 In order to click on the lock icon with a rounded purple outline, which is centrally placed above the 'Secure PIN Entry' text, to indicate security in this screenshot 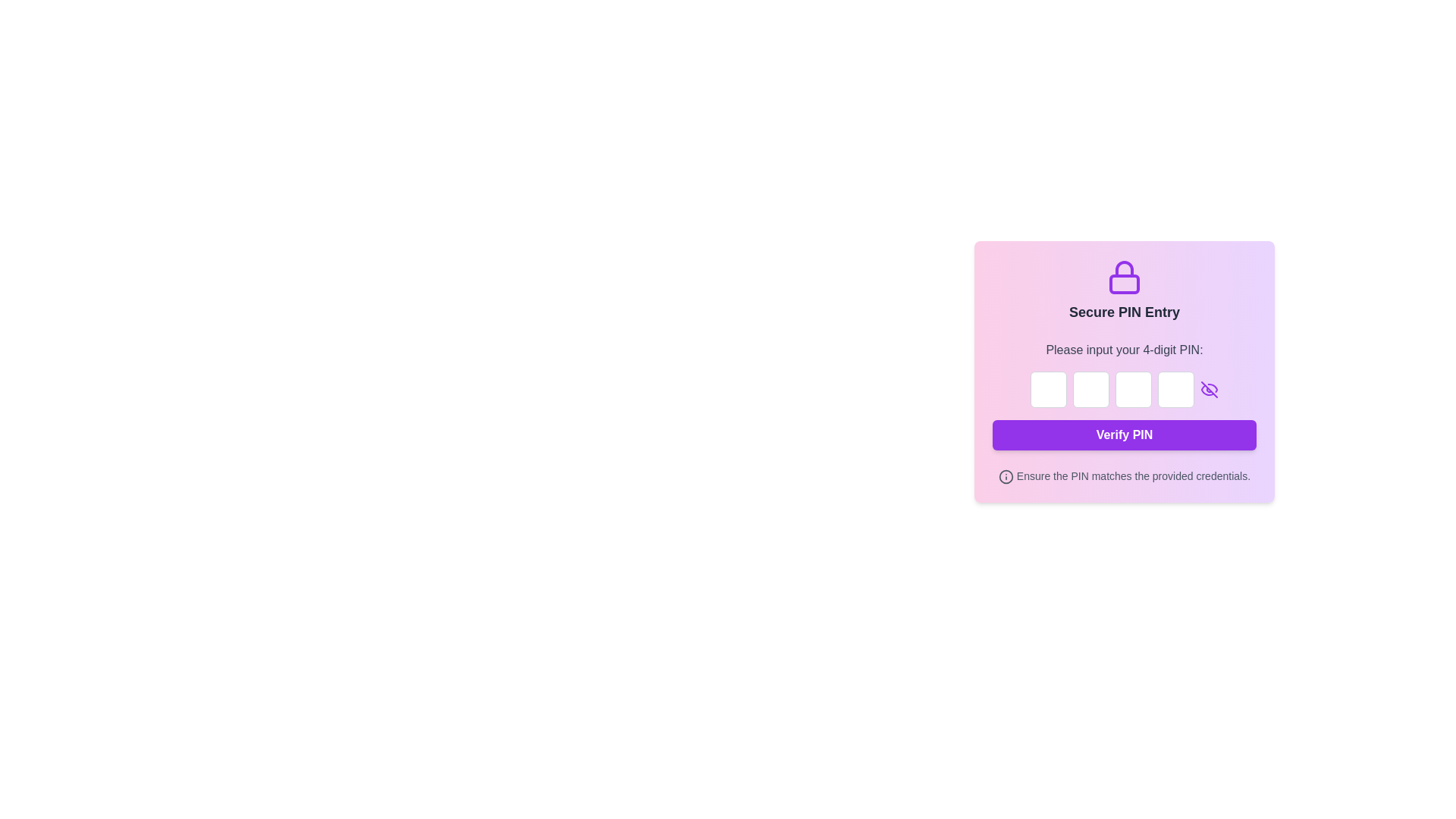, I will do `click(1125, 278)`.